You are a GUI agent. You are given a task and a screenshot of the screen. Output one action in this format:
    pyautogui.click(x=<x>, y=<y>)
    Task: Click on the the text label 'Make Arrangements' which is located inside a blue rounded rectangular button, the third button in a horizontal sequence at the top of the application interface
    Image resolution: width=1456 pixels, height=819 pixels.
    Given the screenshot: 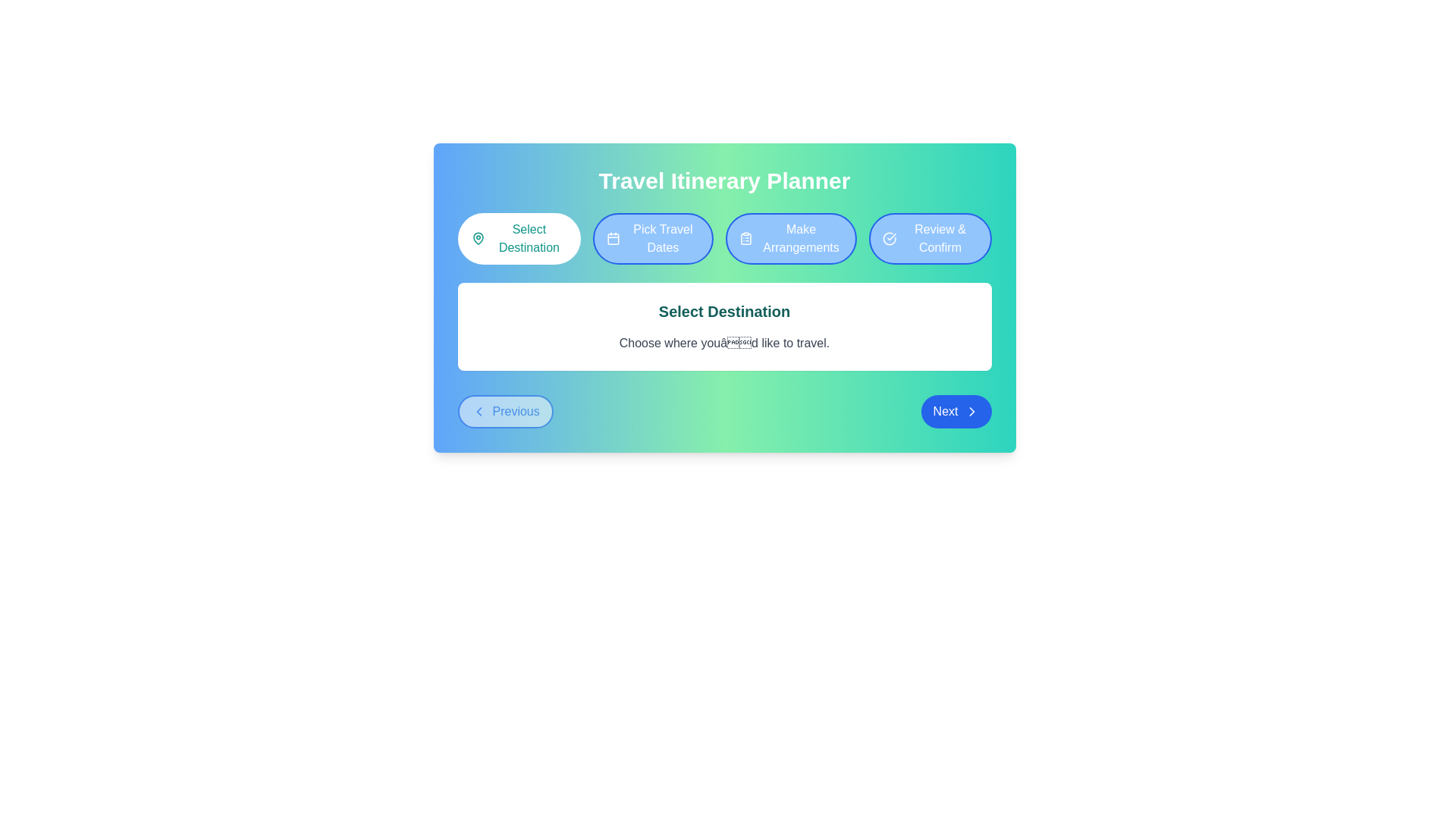 What is the action you would take?
    pyautogui.click(x=800, y=239)
    